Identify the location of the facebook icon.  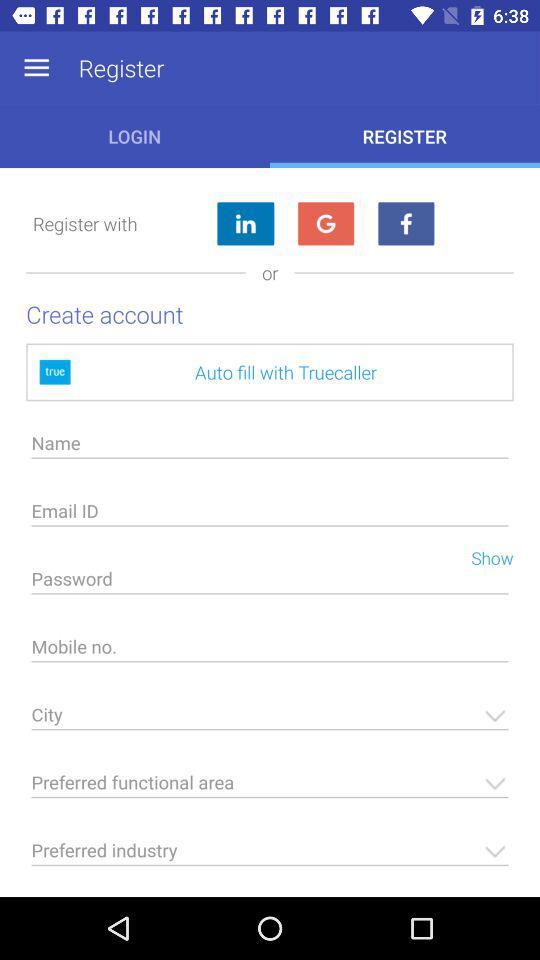
(405, 224).